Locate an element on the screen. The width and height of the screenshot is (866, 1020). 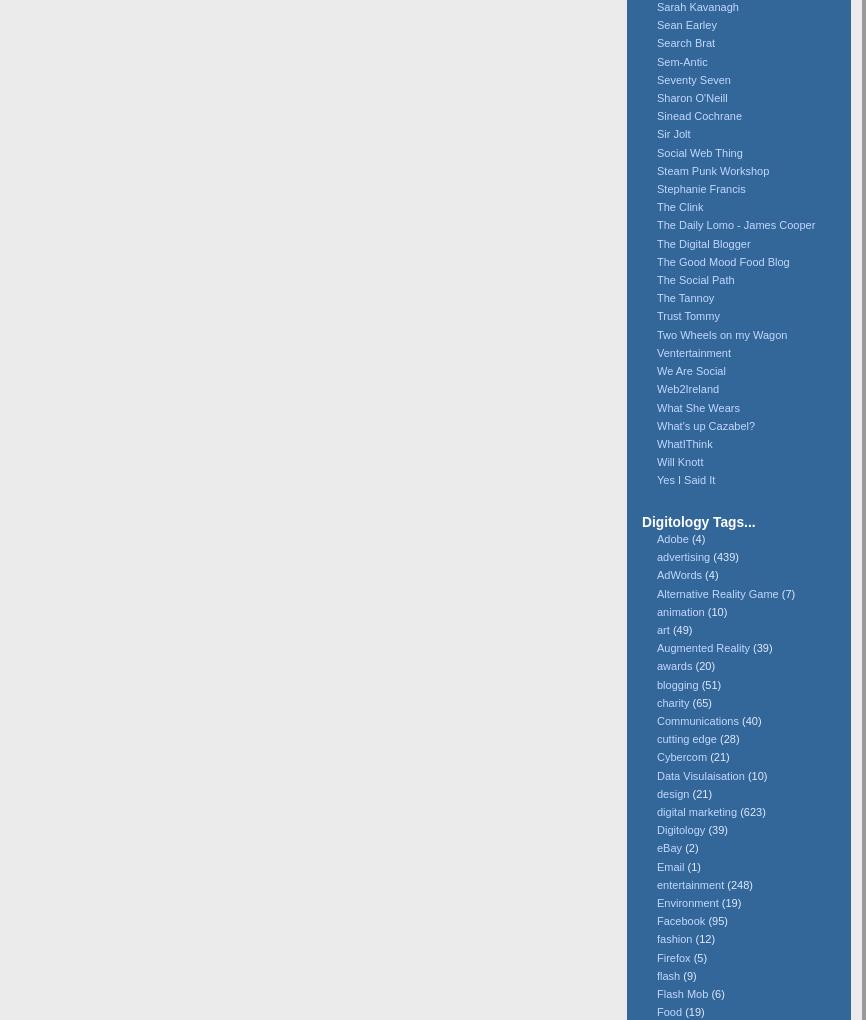
'Will Knott' is located at coordinates (678, 460).